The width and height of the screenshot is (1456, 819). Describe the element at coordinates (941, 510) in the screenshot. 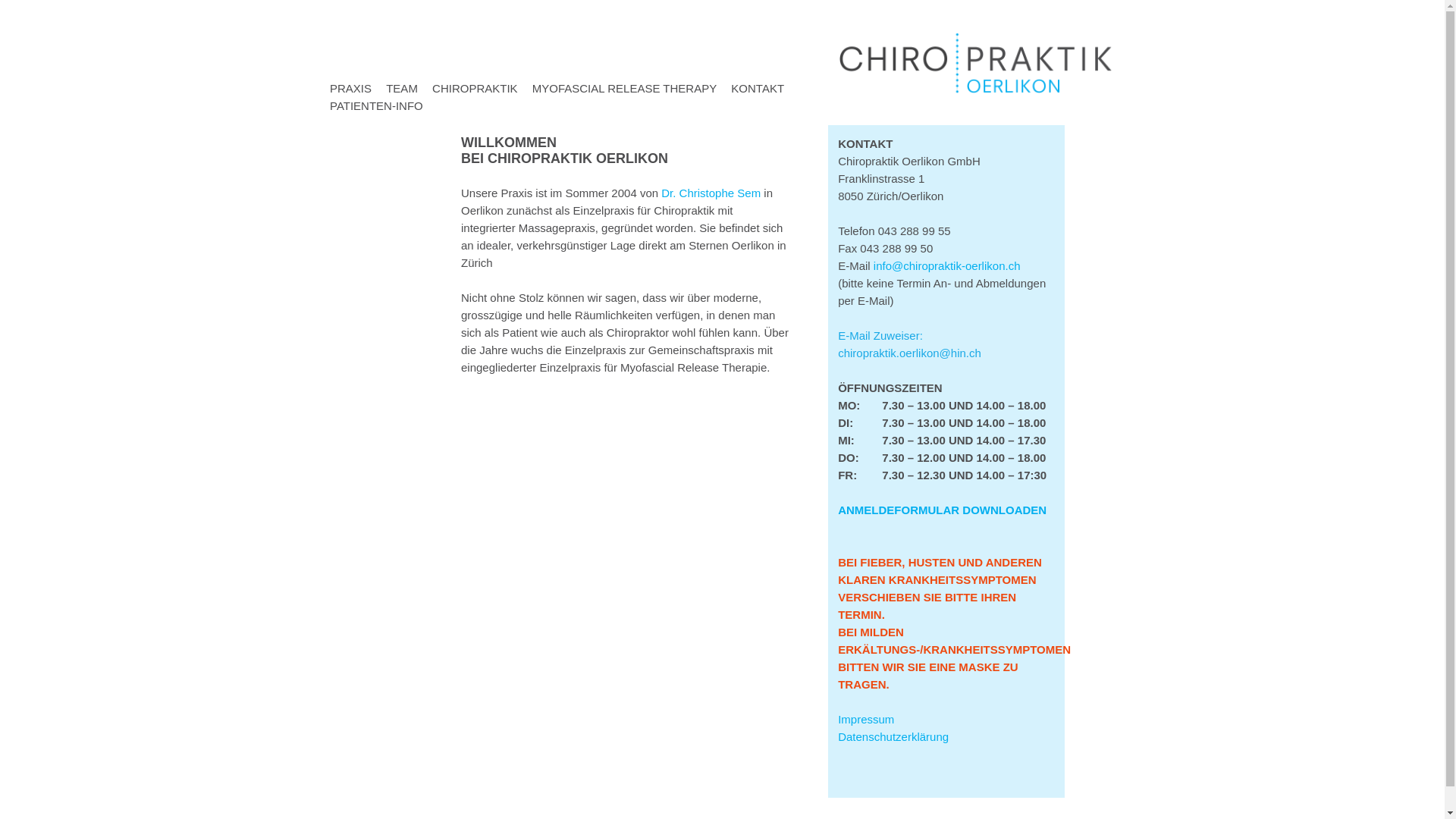

I see `'ANMELDEFORMULAR DOWNLOADEN'` at that location.